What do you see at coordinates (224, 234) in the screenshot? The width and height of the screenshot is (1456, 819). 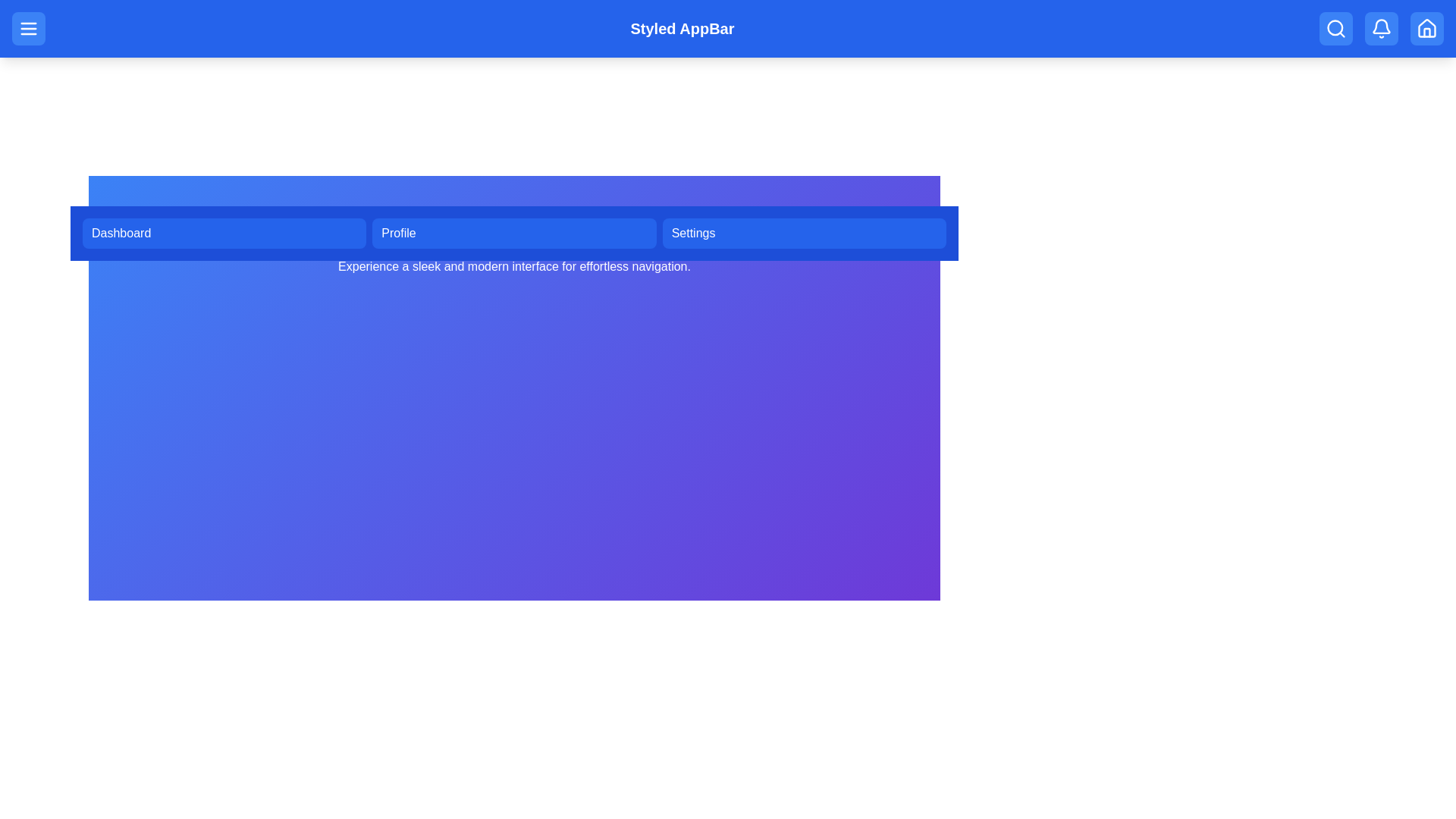 I see `the navigation menu button corresponding to Dashboard` at bounding box center [224, 234].